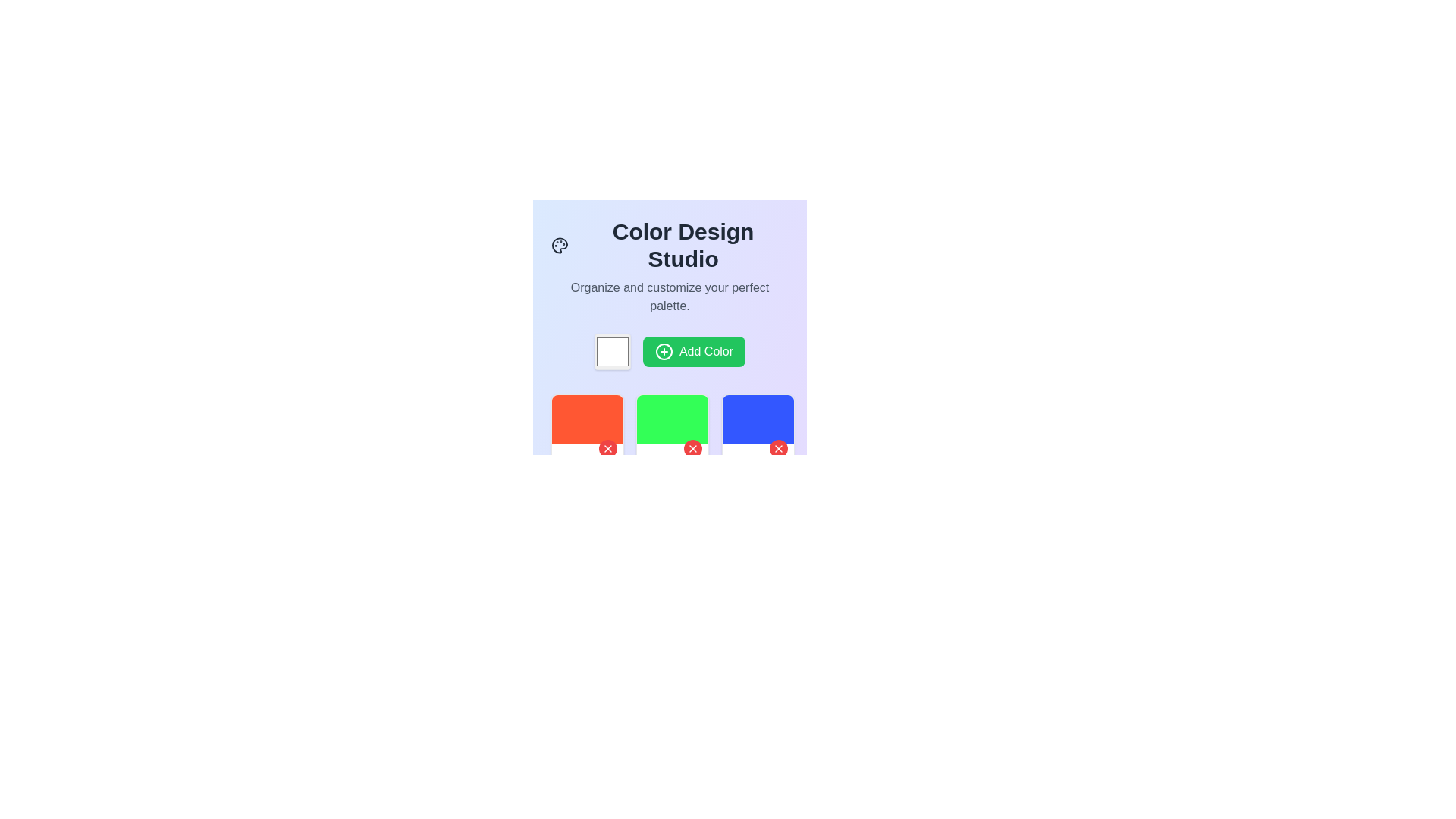 The height and width of the screenshot is (819, 1456). What do you see at coordinates (607, 447) in the screenshot?
I see `the 'X' icon within the circular red button located at the bottom-right corner of the red square tile` at bounding box center [607, 447].